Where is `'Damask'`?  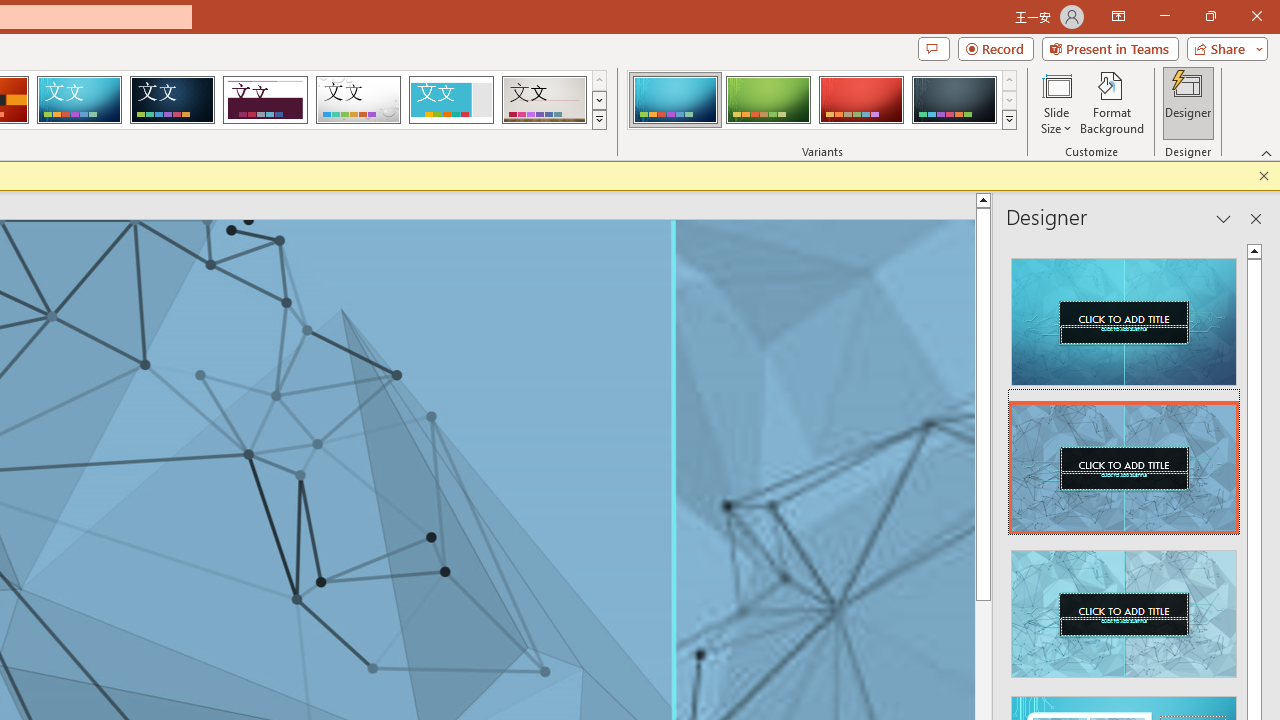
'Damask' is located at coordinates (172, 100).